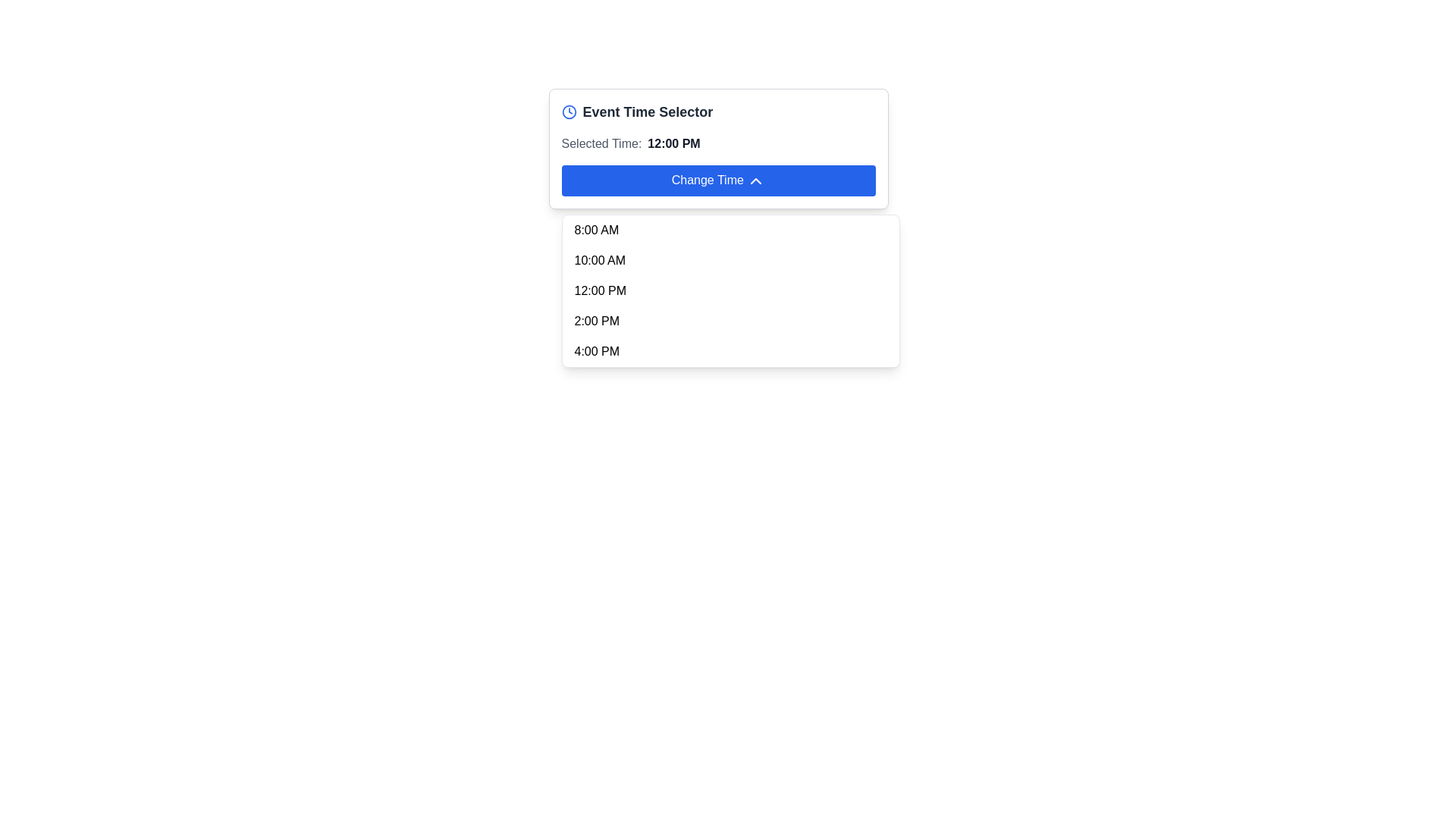  Describe the element at coordinates (756, 180) in the screenshot. I see `the upward triangular chevron icon located within the circular 'Change Time' blue button, positioned towards the right side` at that location.